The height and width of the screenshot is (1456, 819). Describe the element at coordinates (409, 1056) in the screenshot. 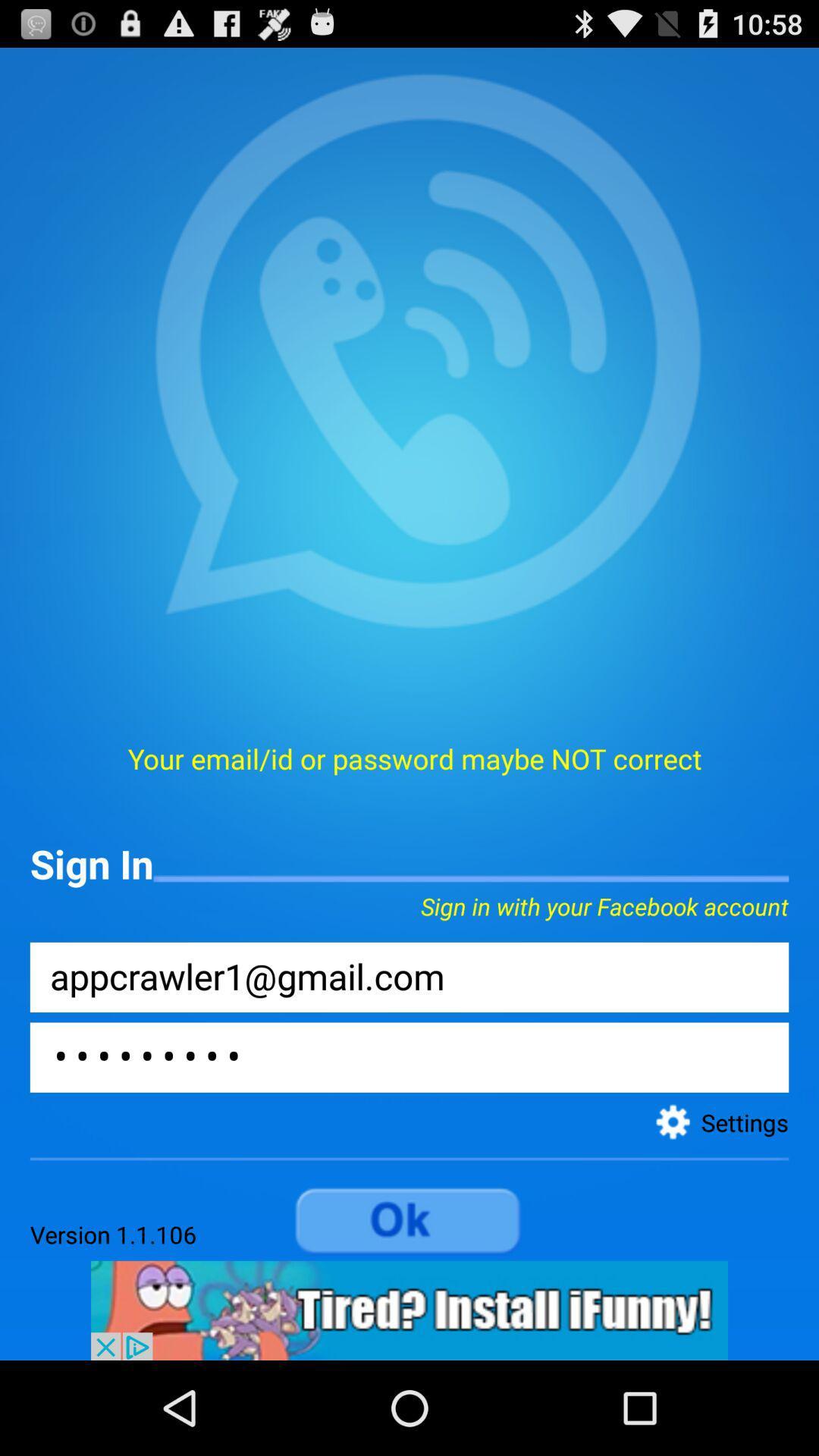

I see `password` at that location.